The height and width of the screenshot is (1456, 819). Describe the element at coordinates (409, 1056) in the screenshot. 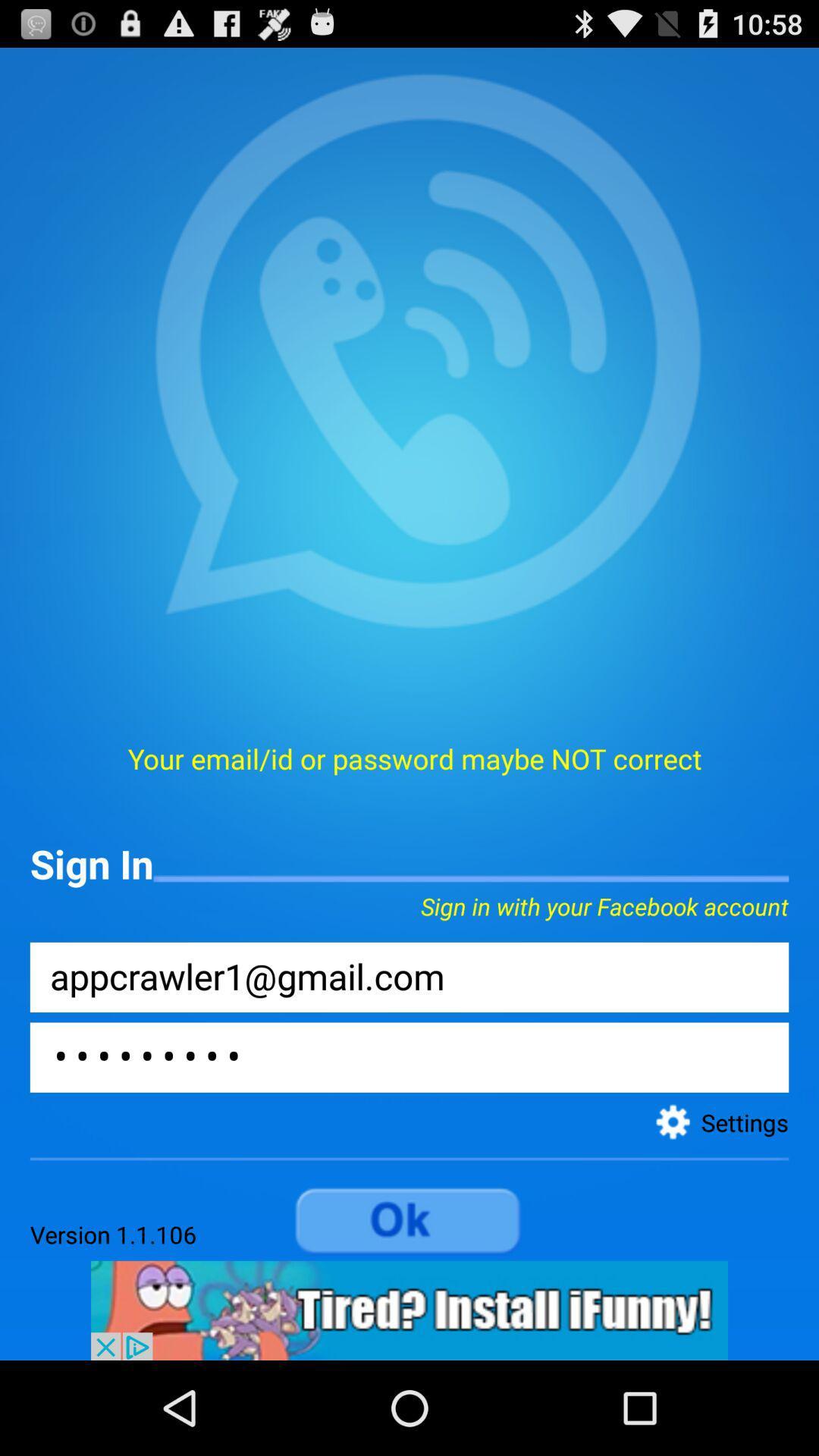

I see `password` at that location.